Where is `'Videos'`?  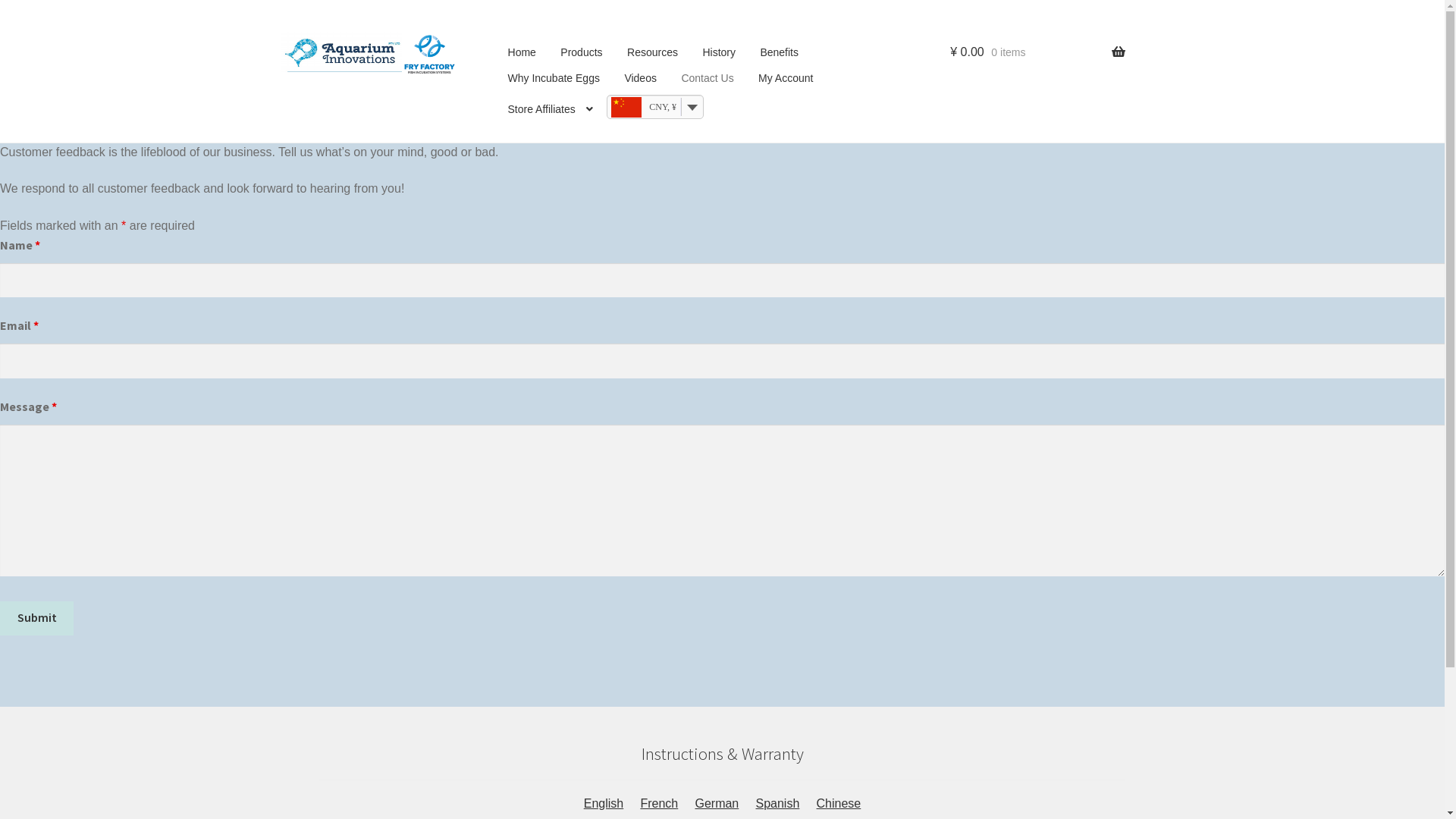
'Videos' is located at coordinates (640, 82).